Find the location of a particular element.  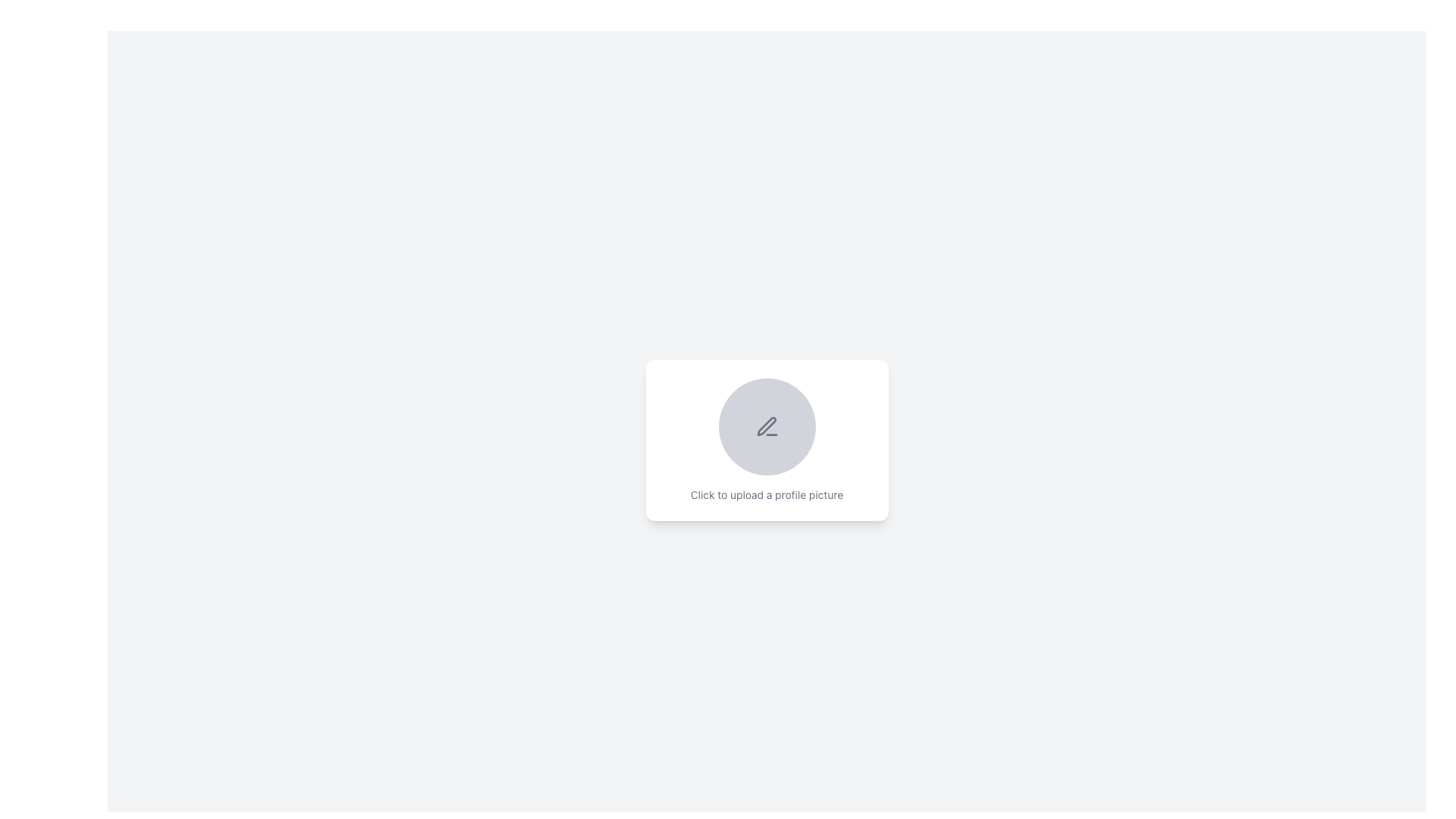

the clickable circular area with an icon to upload a profile picture, located above the text 'Click to upload a profile picture' is located at coordinates (767, 427).